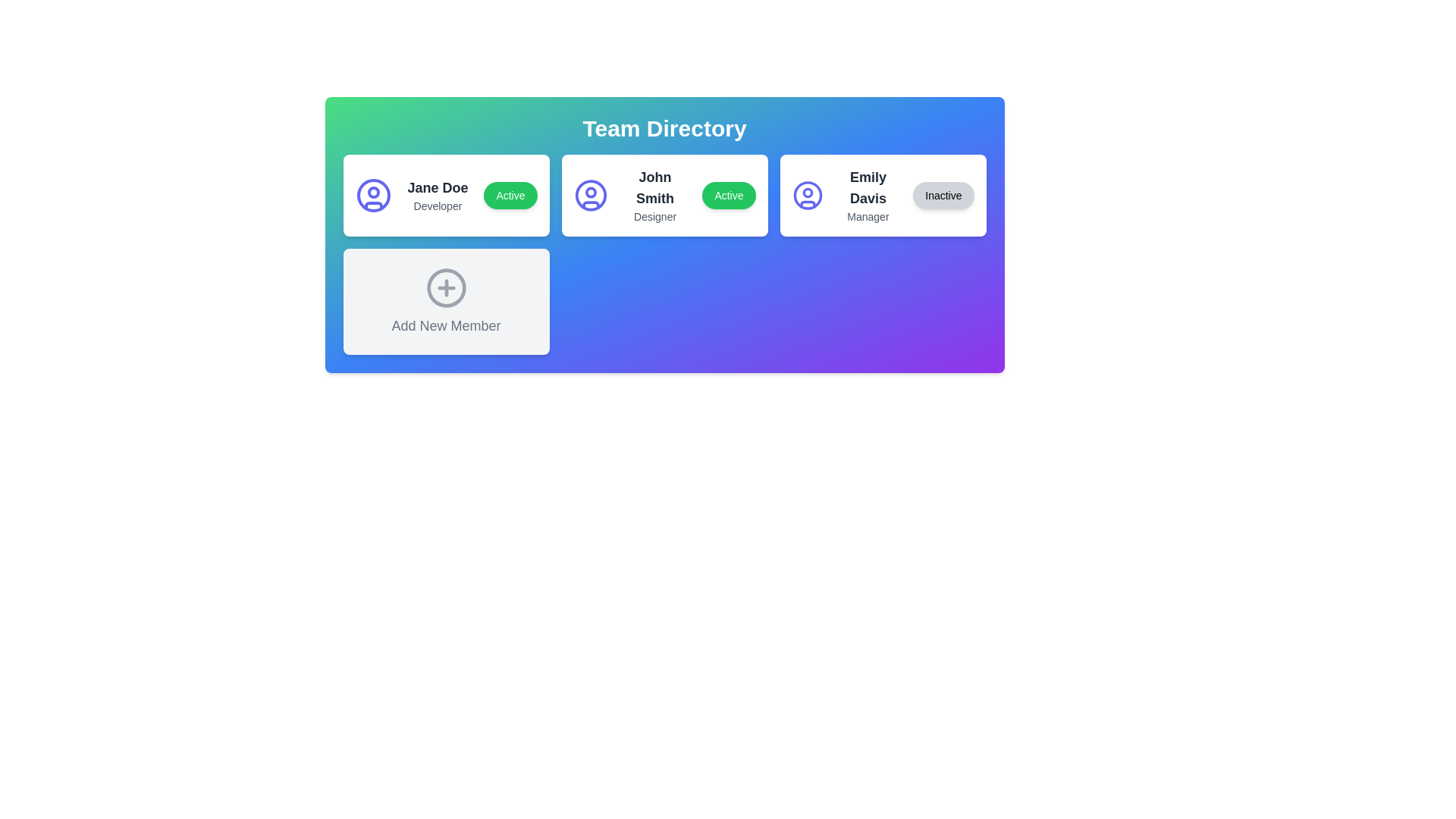 This screenshot has height=819, width=1456. What do you see at coordinates (373, 195) in the screenshot?
I see `the user icon located at the far left of the card labeled 'Jane Doe Developer', which features a thin-line style in bold indigo shade` at bounding box center [373, 195].